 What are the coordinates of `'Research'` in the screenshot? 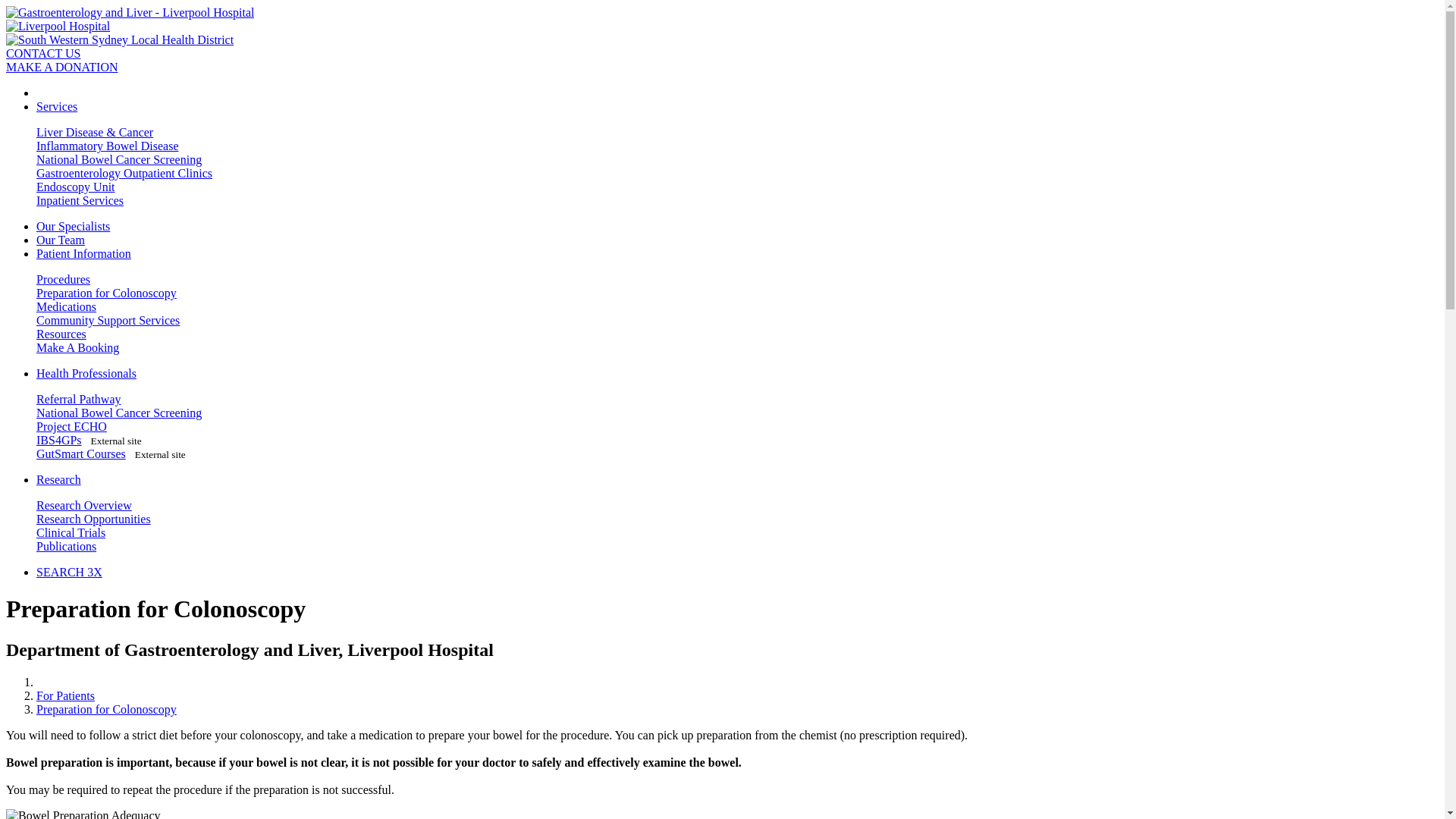 It's located at (58, 479).